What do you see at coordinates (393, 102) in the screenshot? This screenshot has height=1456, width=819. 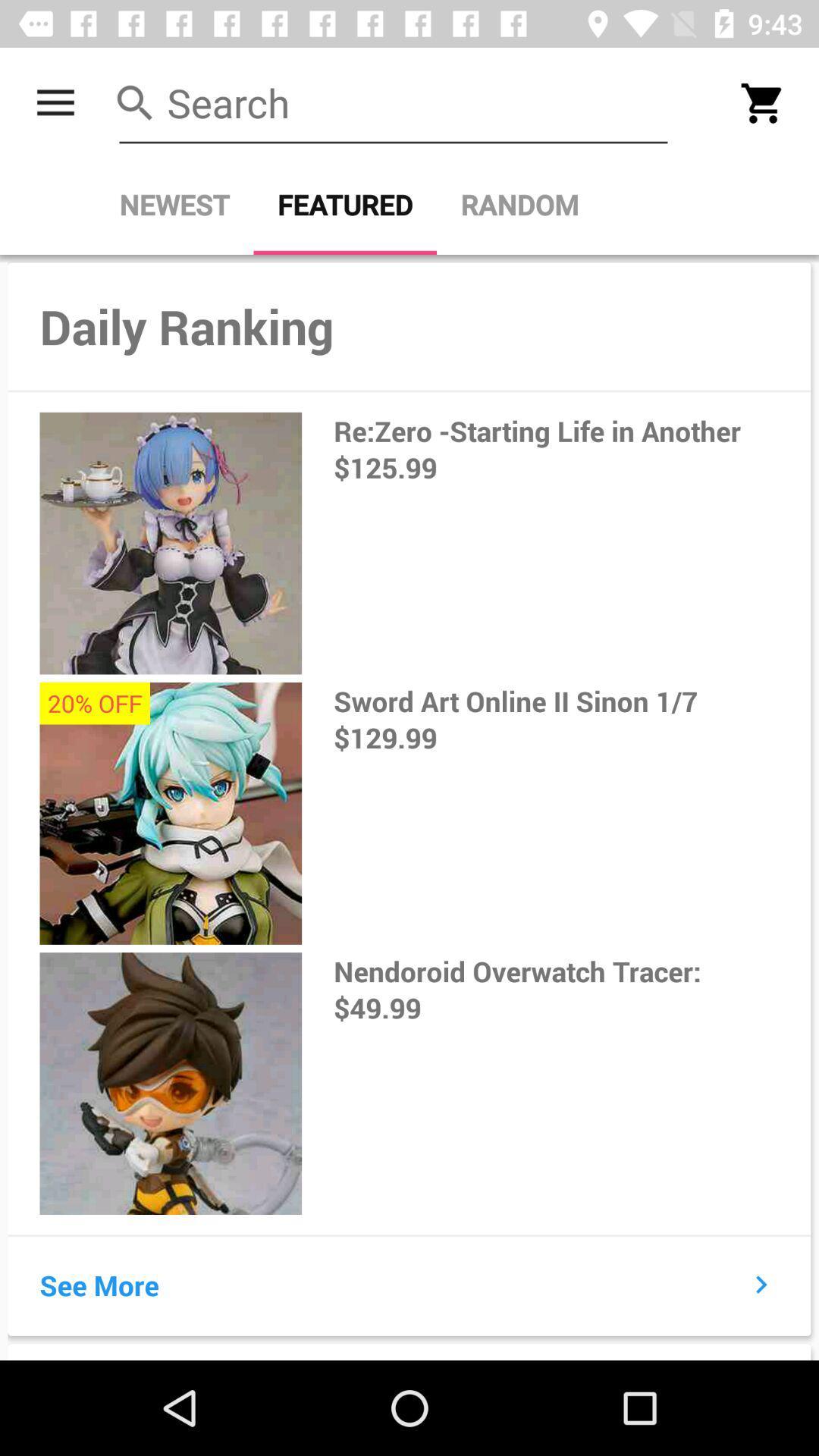 I see `item above newest icon` at bounding box center [393, 102].